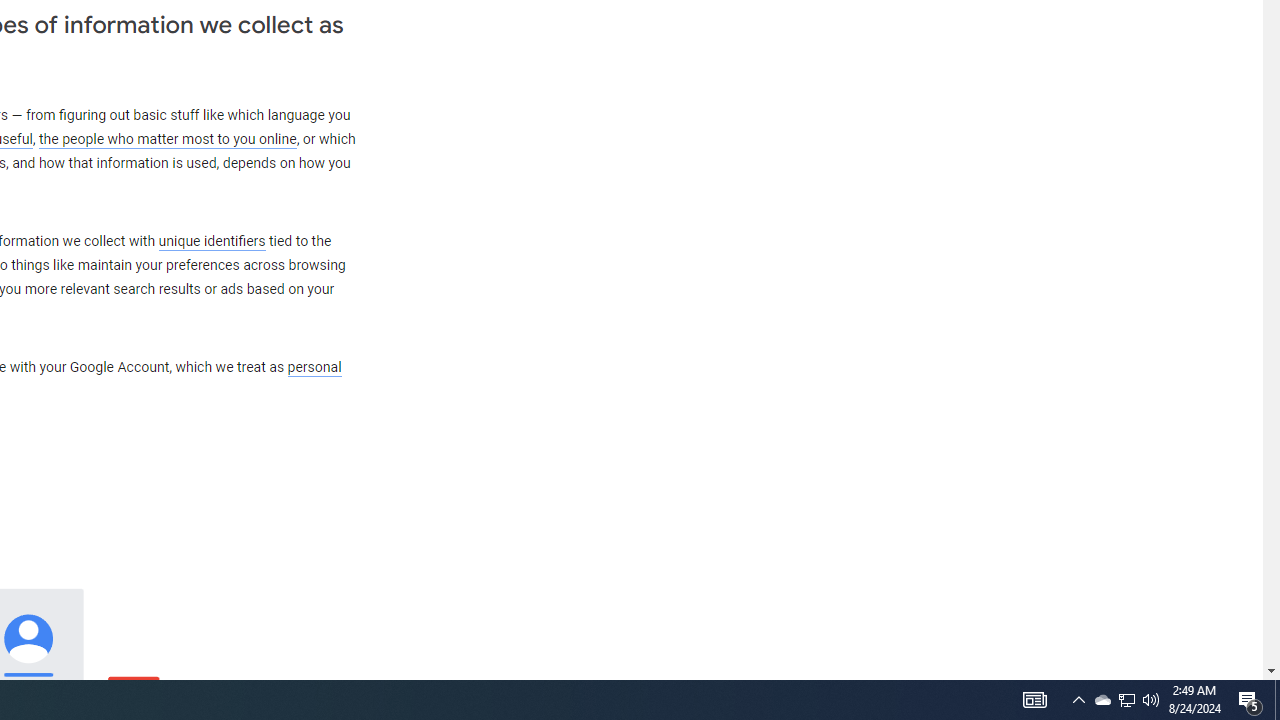 This screenshot has height=720, width=1280. What do you see at coordinates (1078, 698) in the screenshot?
I see `'Notification Chevron'` at bounding box center [1078, 698].